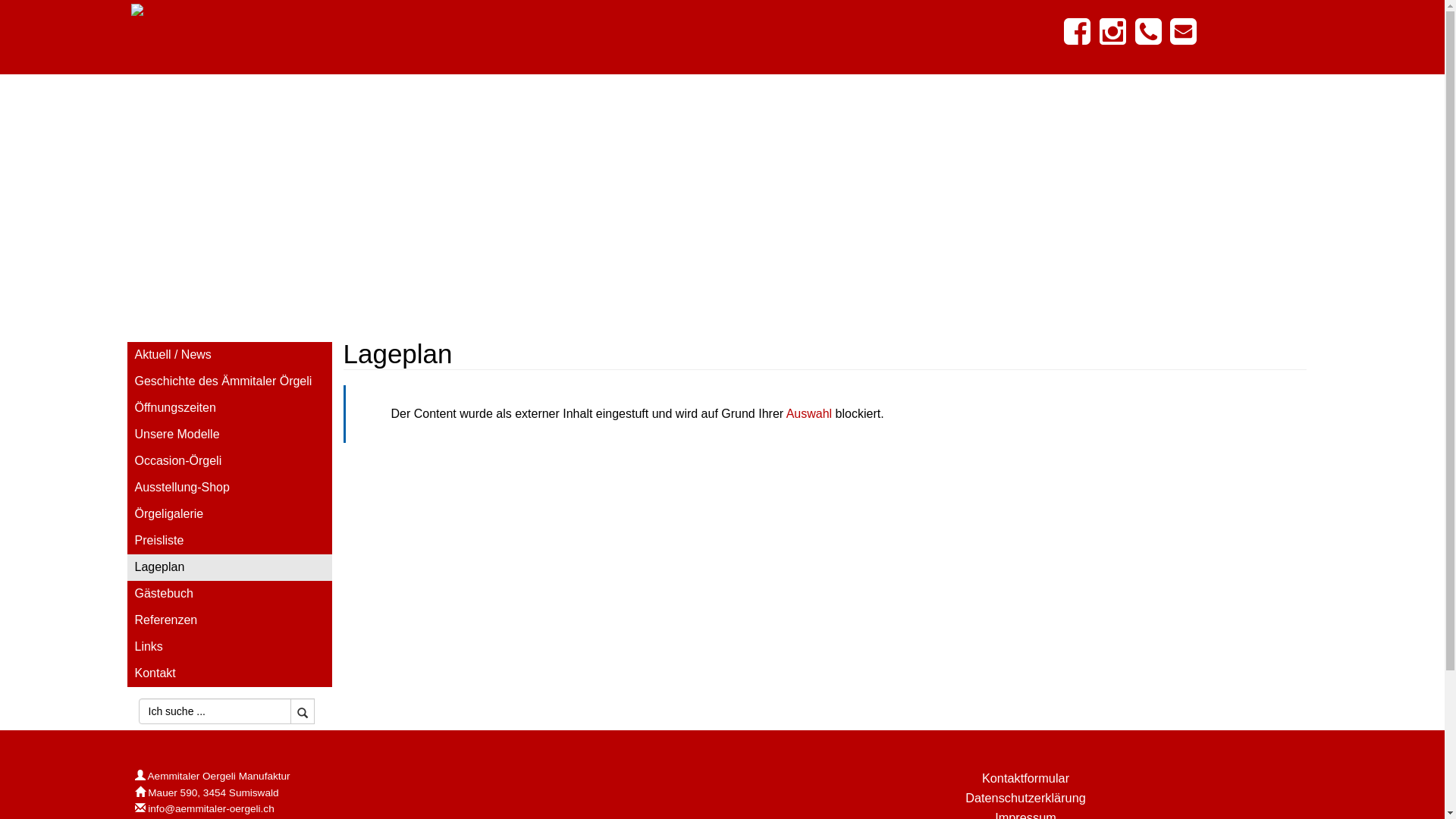 The width and height of the screenshot is (1456, 819). I want to click on 'Auswahl', so click(808, 413).